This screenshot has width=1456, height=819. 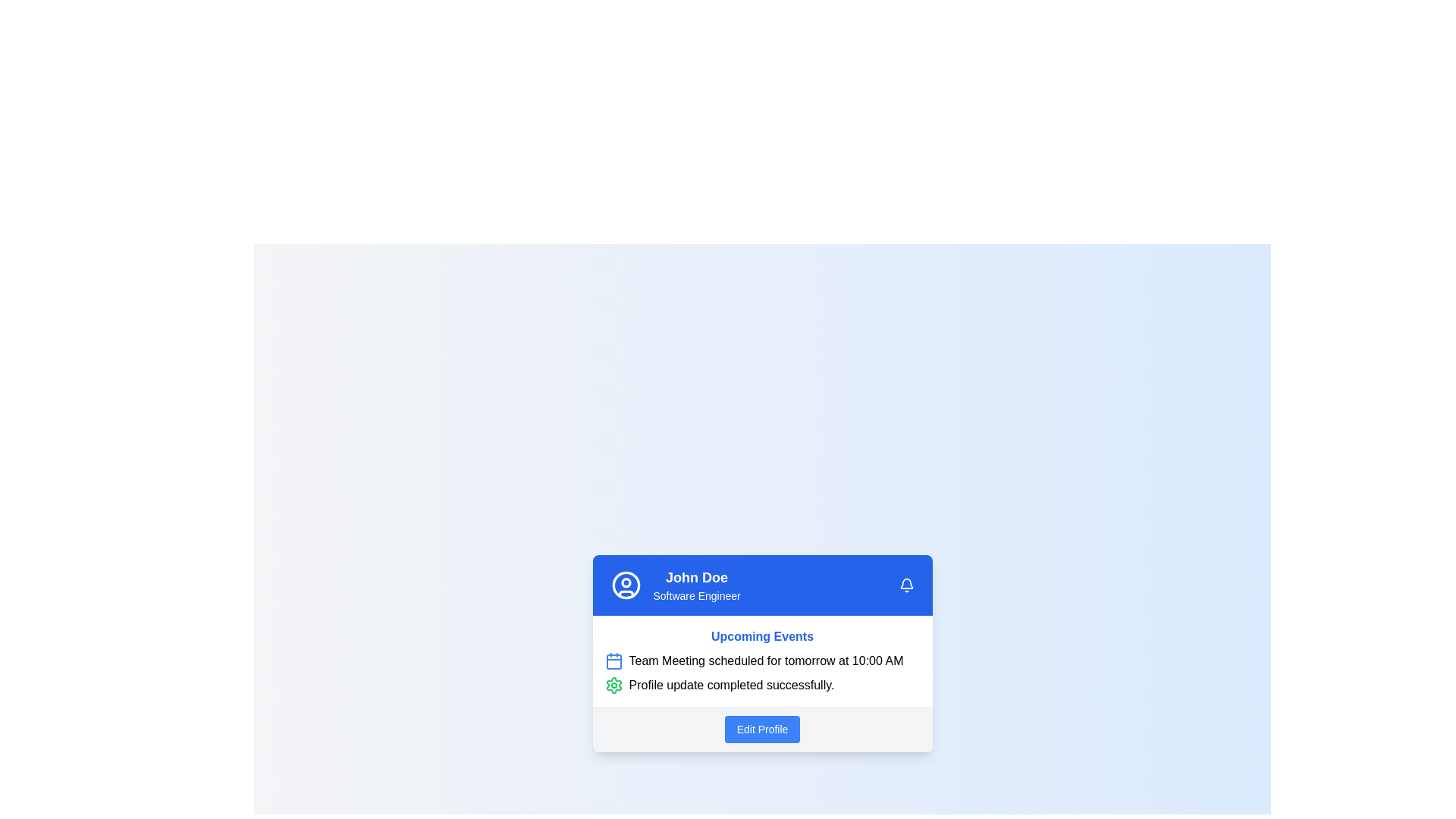 What do you see at coordinates (731, 685) in the screenshot?
I see `the Static Text element displaying 'Profile update completed successfully.' in the 'Upcoming Events' section of the user profile card, which is aligned next to a green settings icon` at bounding box center [731, 685].